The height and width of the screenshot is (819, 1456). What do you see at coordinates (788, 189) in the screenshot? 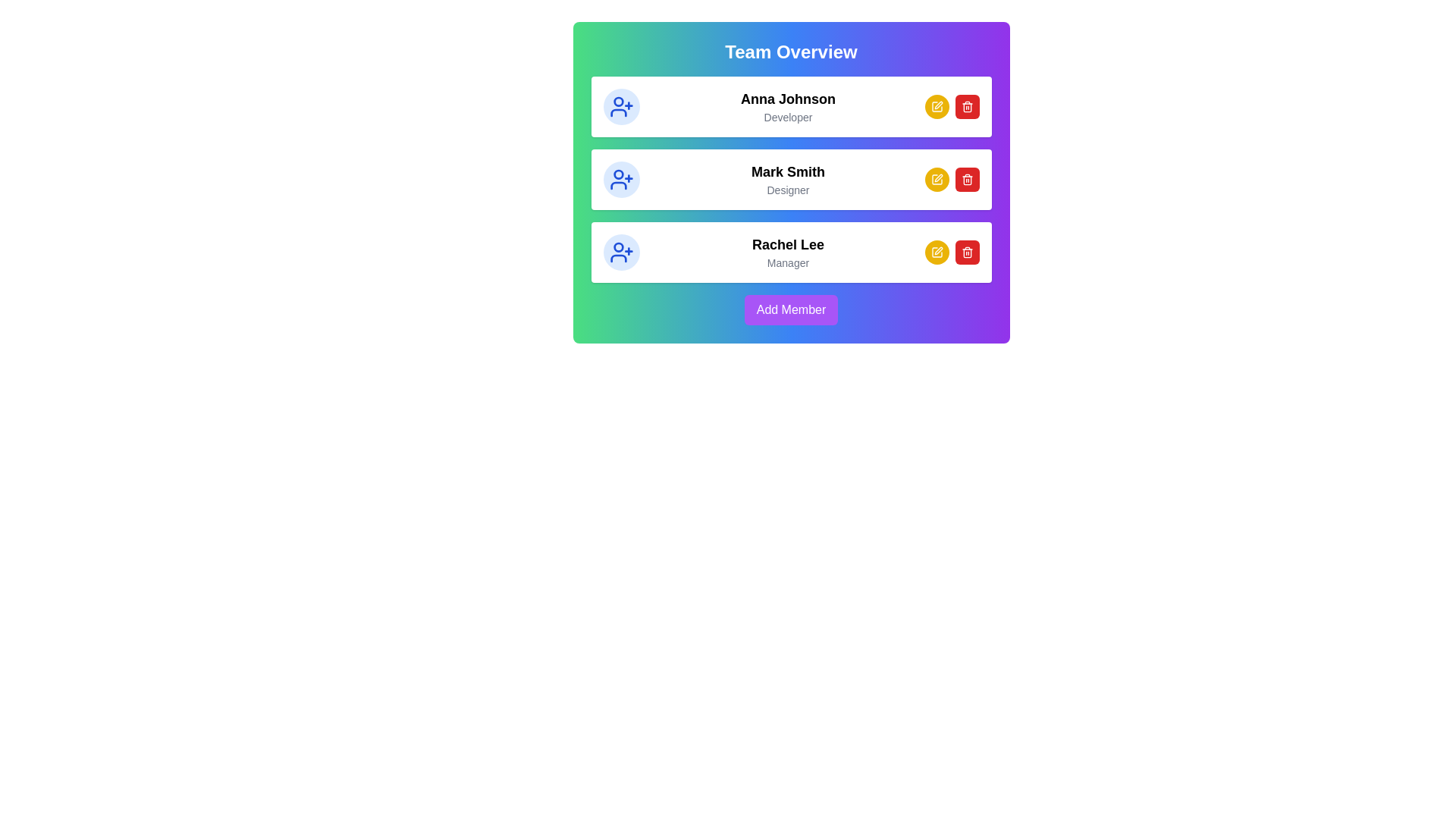
I see `the text field displaying 'Designer' located beneath the 'Mark Smith' title text` at bounding box center [788, 189].